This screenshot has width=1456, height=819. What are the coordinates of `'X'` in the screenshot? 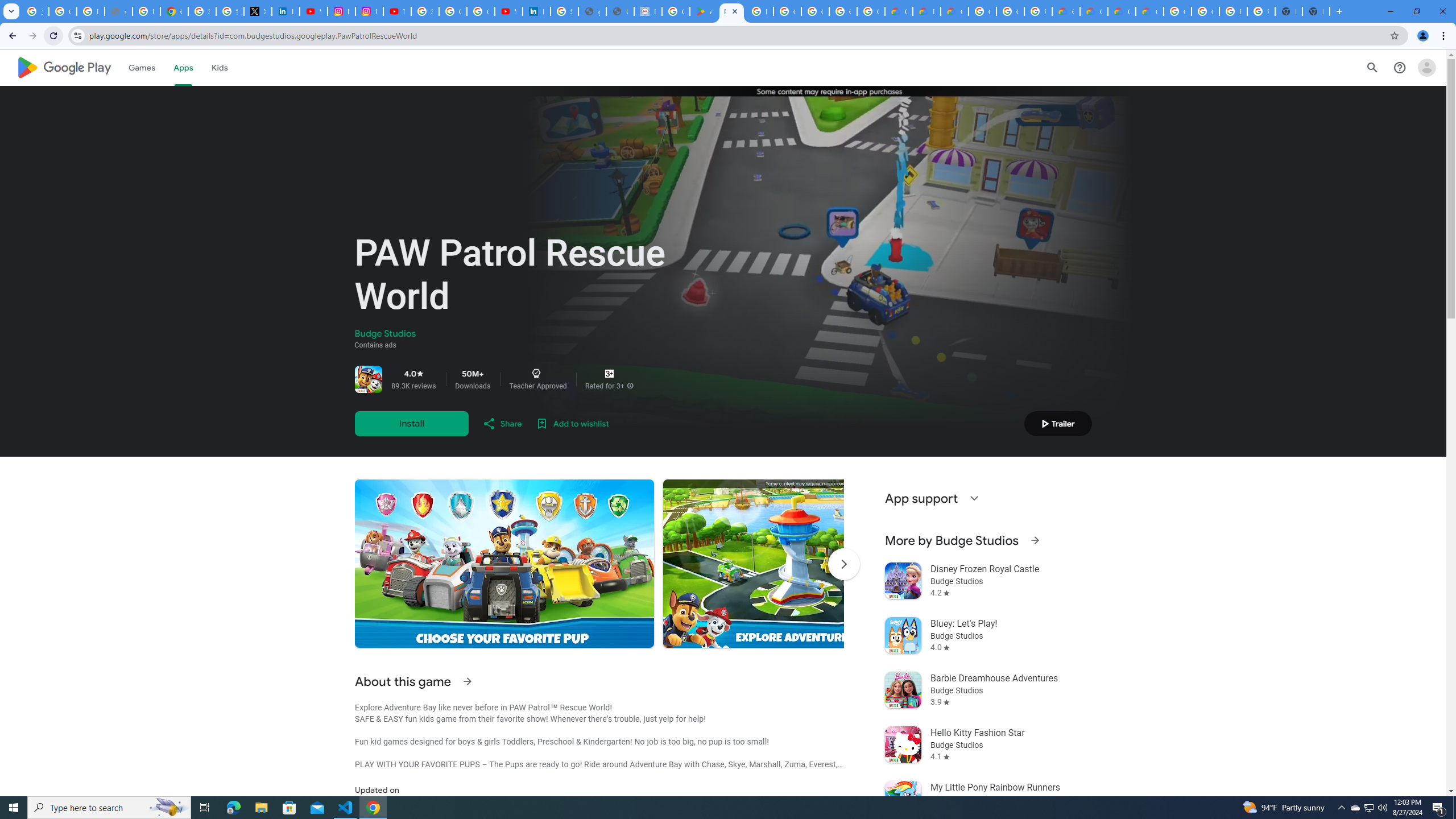 It's located at (257, 11).